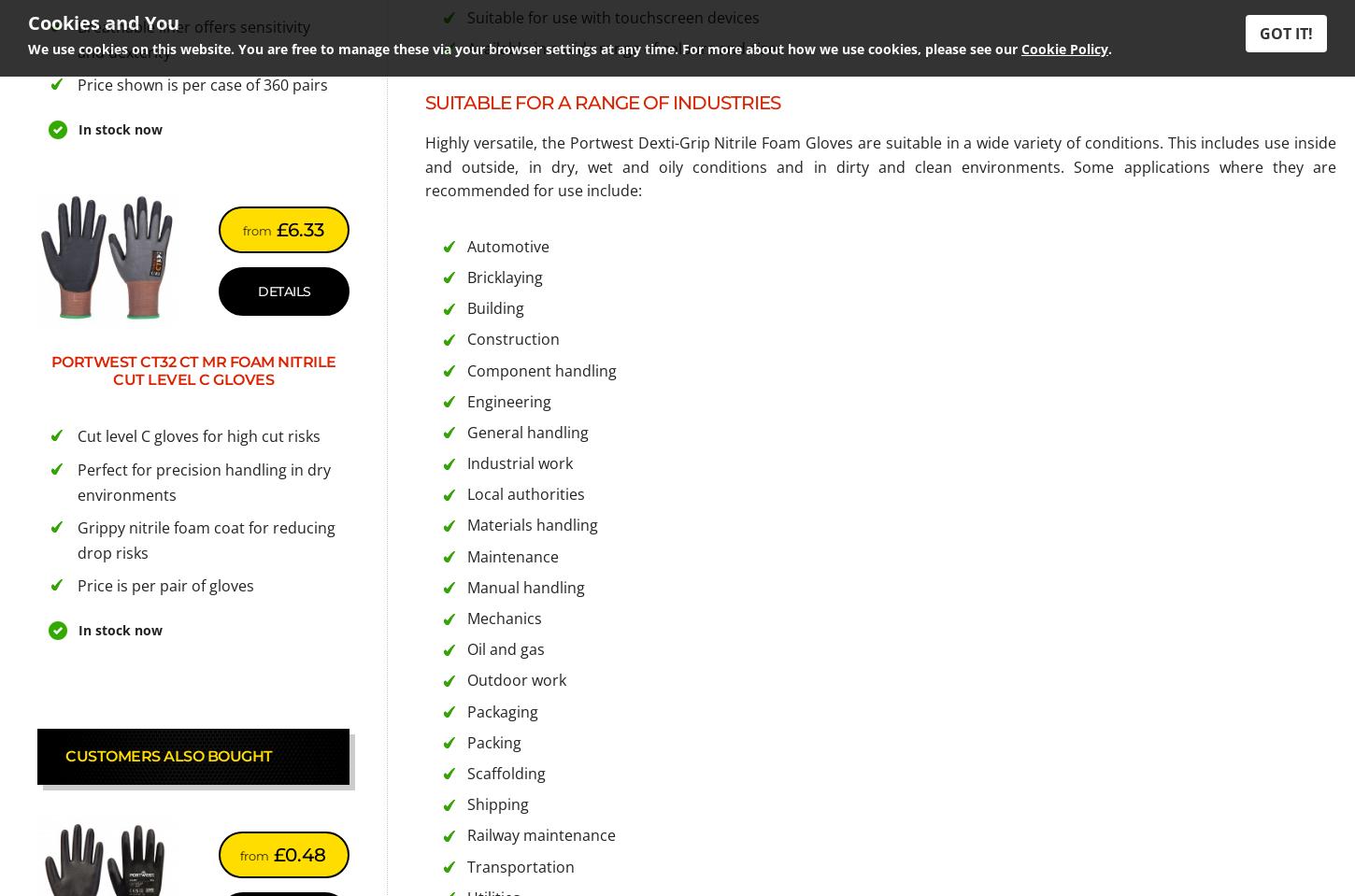  Describe the element at coordinates (466, 710) in the screenshot. I see `'Packaging'` at that location.